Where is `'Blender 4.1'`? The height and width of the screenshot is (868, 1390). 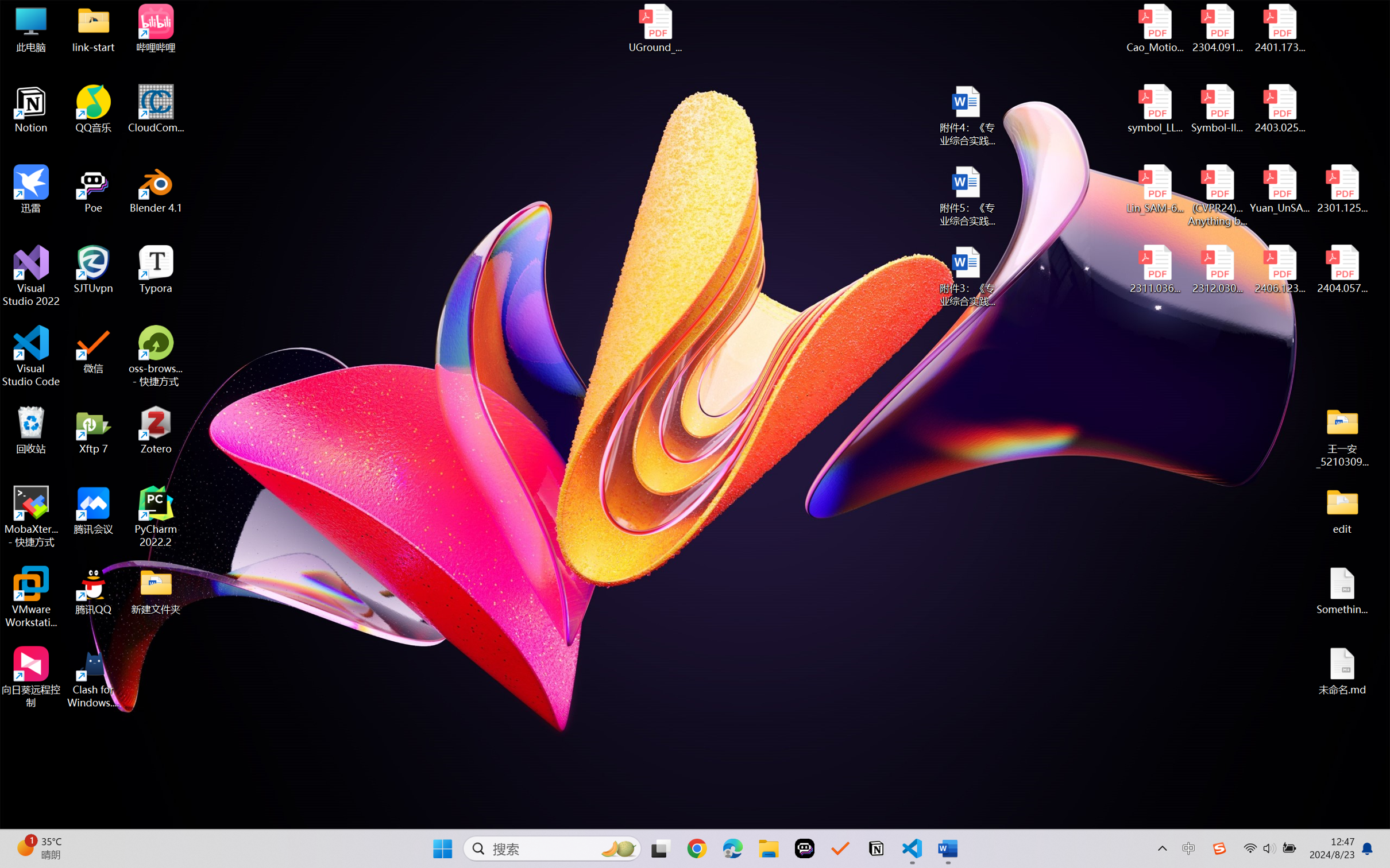
'Blender 4.1' is located at coordinates (156, 188).